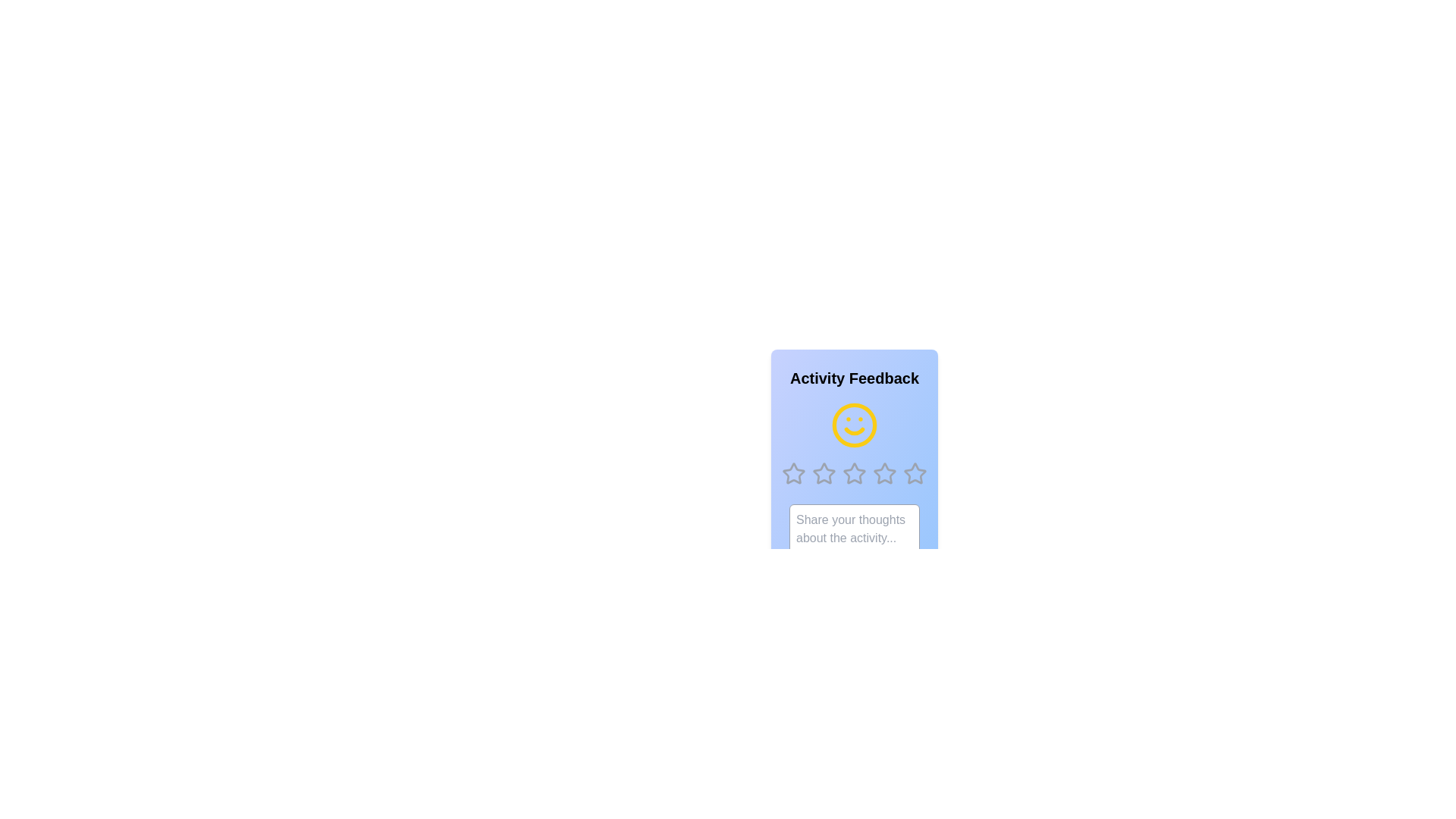 The height and width of the screenshot is (819, 1456). I want to click on the third rating star icon for keyboard interaction, so click(855, 472).